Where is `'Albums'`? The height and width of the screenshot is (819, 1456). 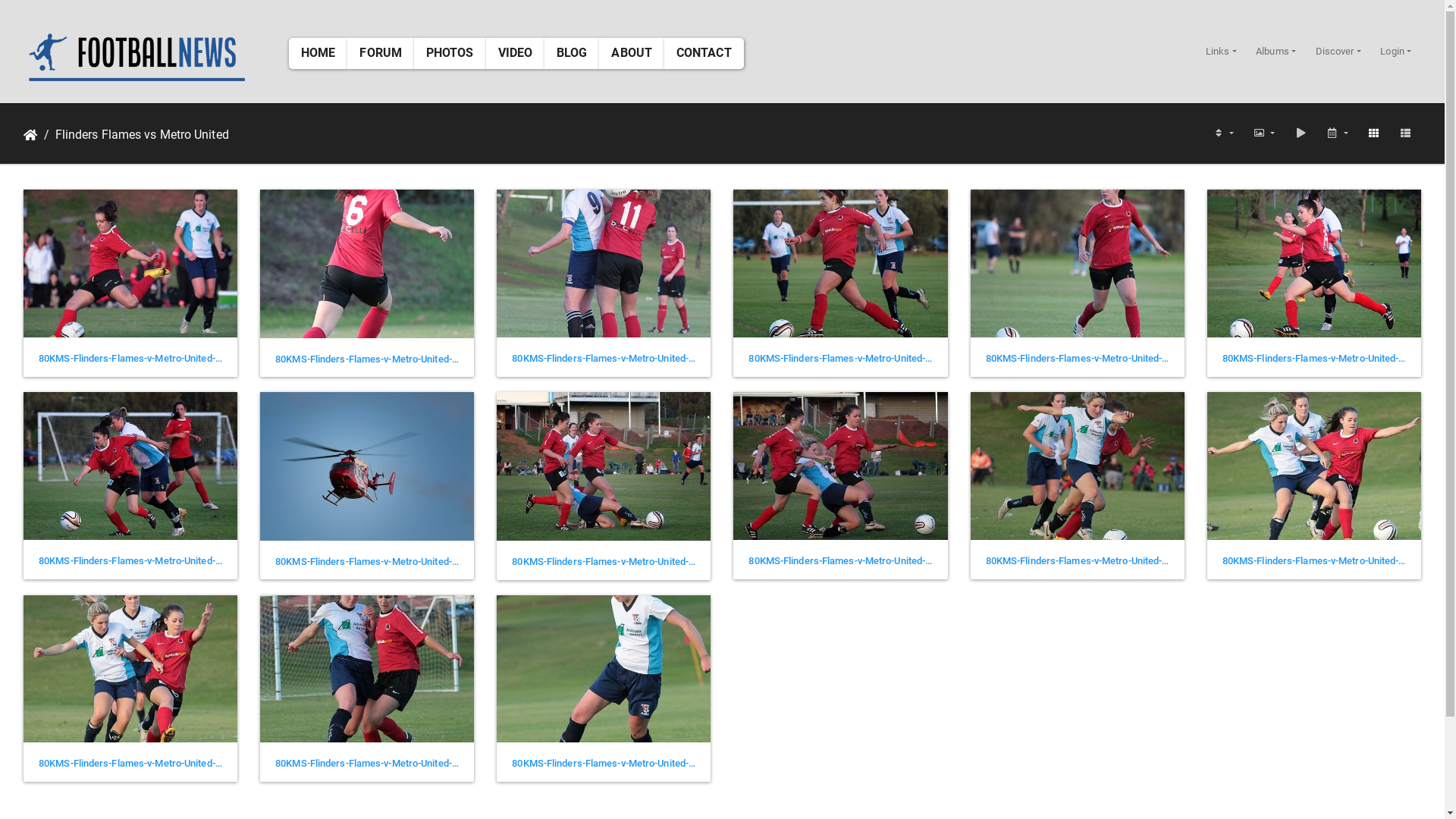
'Albums' is located at coordinates (1275, 51).